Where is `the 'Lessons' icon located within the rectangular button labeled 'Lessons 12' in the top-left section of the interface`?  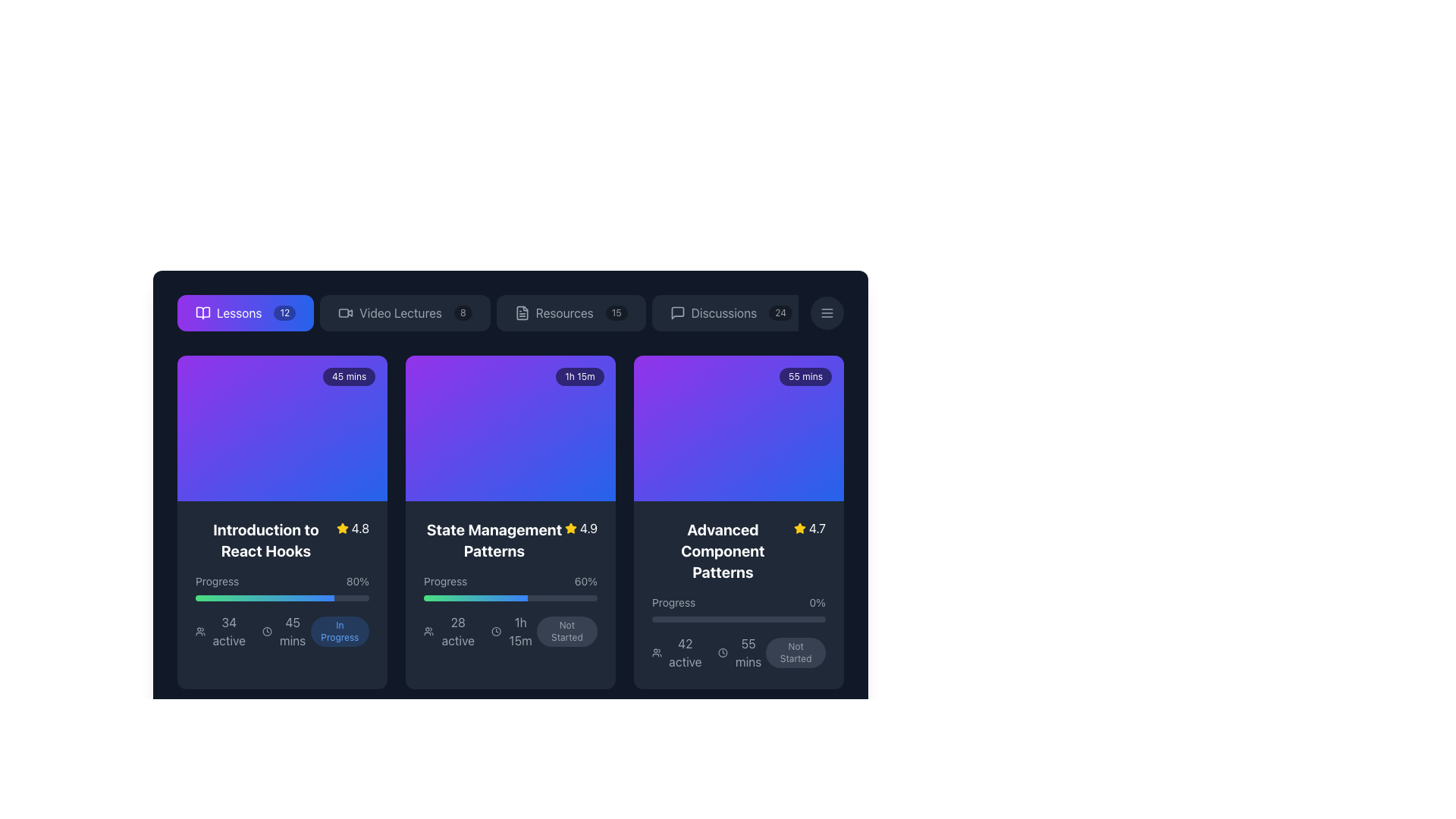 the 'Lessons' icon located within the rectangular button labeled 'Lessons 12' in the top-left section of the interface is located at coordinates (202, 312).